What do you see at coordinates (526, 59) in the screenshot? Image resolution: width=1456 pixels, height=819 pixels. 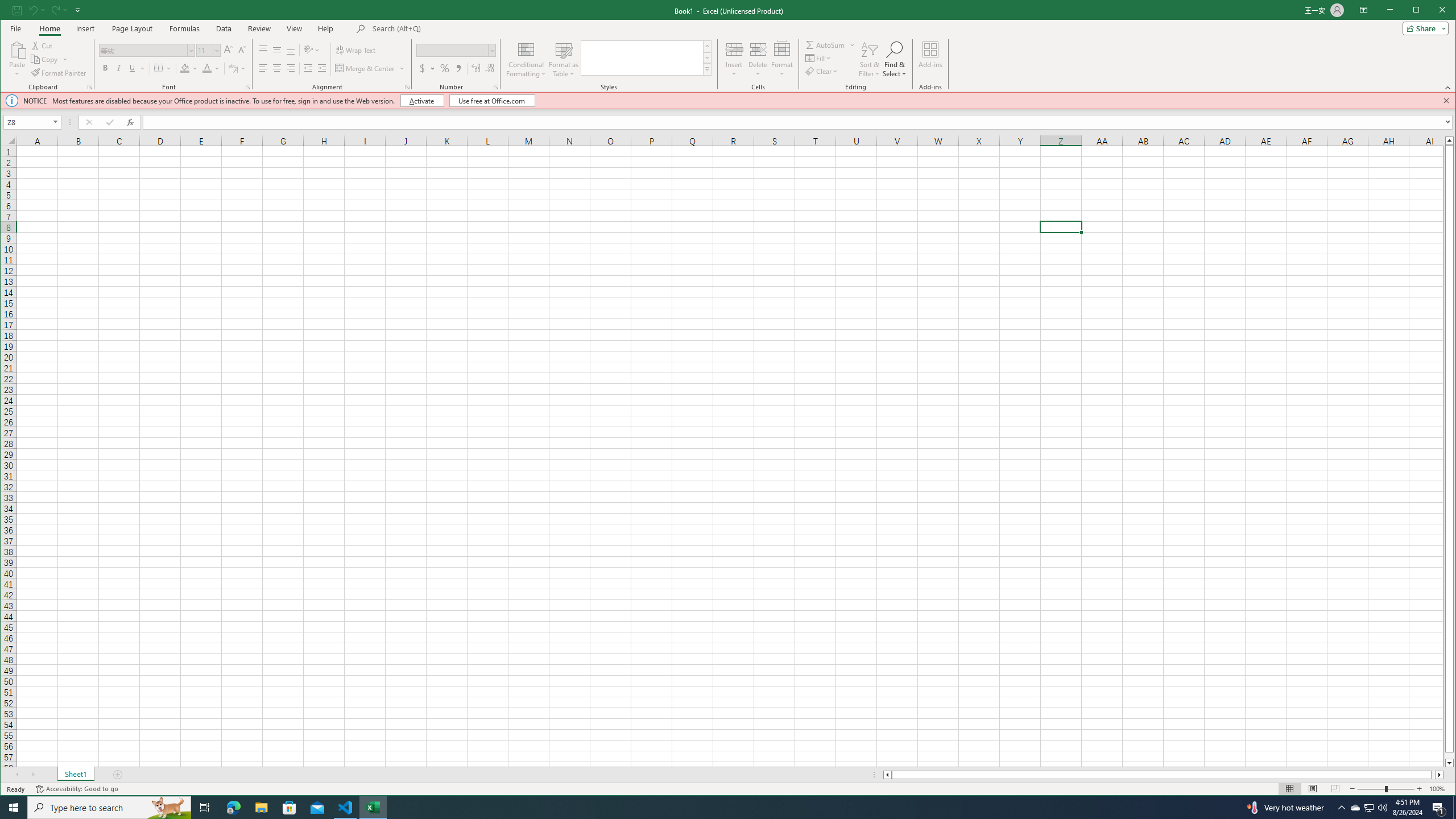 I see `'Conditional Formatting'` at bounding box center [526, 59].